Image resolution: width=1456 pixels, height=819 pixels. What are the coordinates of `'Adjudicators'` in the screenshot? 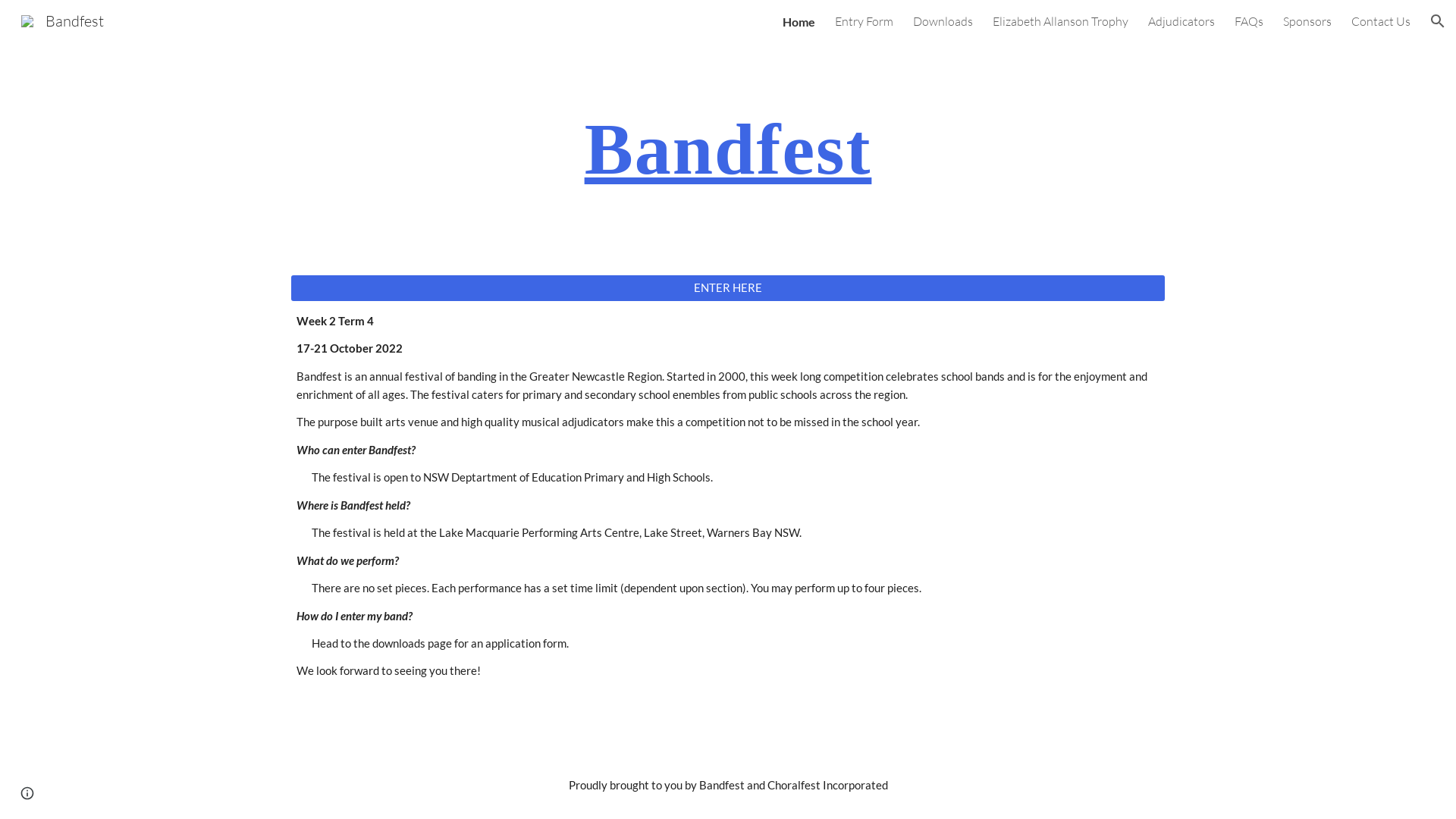 It's located at (1147, 20).